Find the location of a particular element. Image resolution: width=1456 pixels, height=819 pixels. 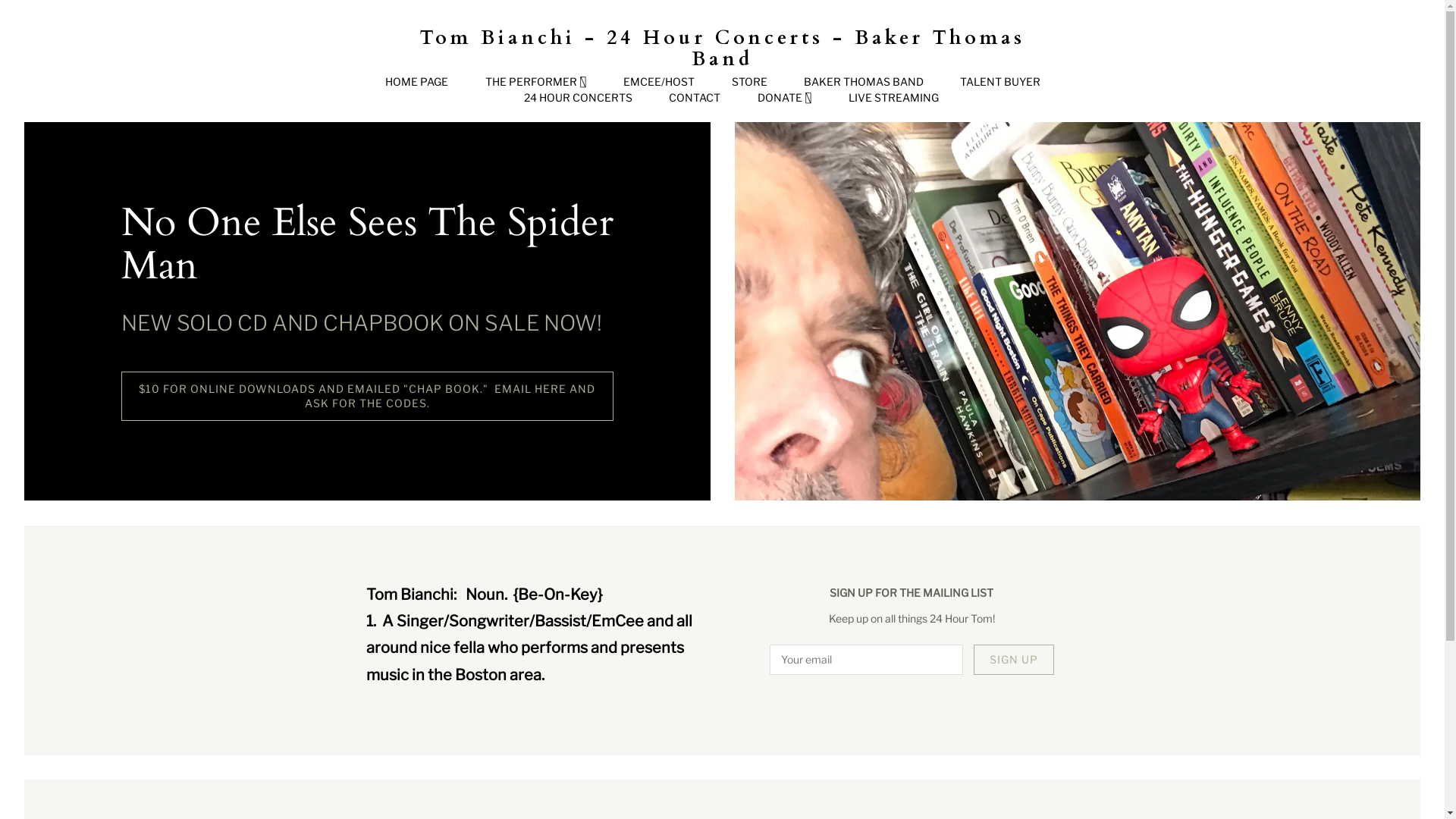

'24 HOUR CONCERTS' is located at coordinates (577, 97).